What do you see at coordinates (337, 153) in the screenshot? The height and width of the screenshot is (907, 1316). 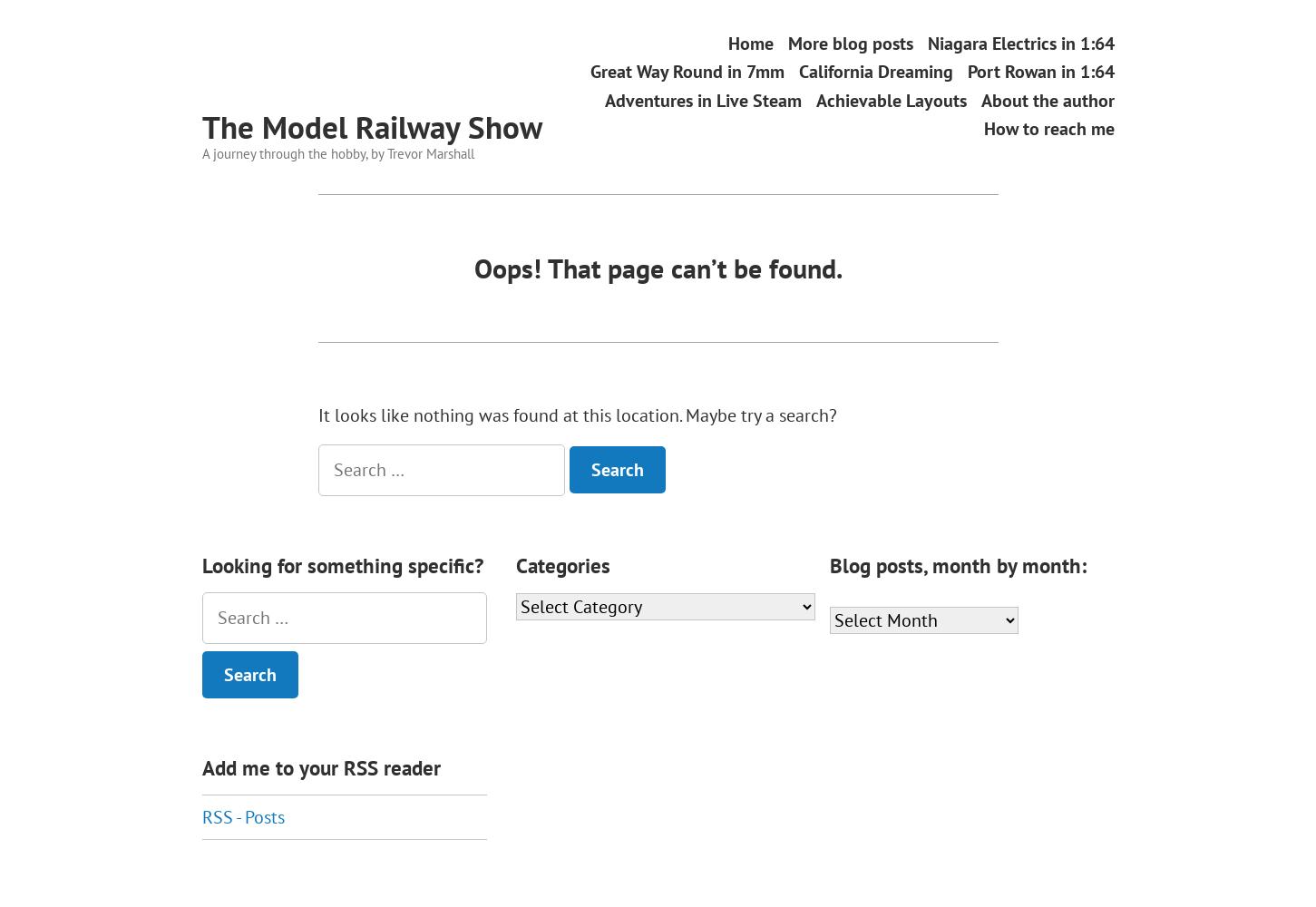 I see `'A journey through the hobby, by Trevor Marshall'` at bounding box center [337, 153].